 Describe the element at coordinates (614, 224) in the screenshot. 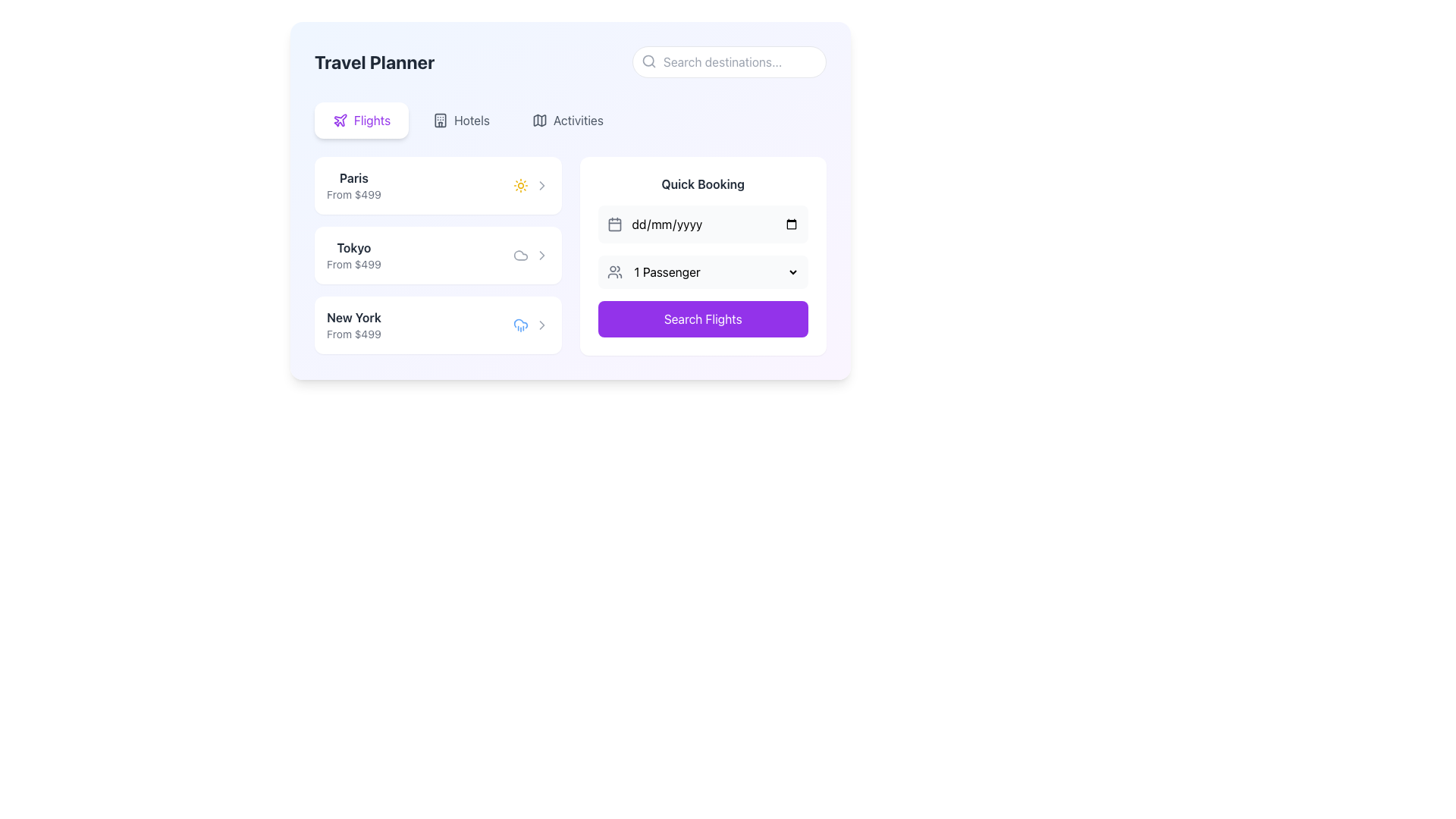

I see `the calendar icon, which is a square with rounded corners located to the left of the date input box and above the passenger selection dropdown` at that location.